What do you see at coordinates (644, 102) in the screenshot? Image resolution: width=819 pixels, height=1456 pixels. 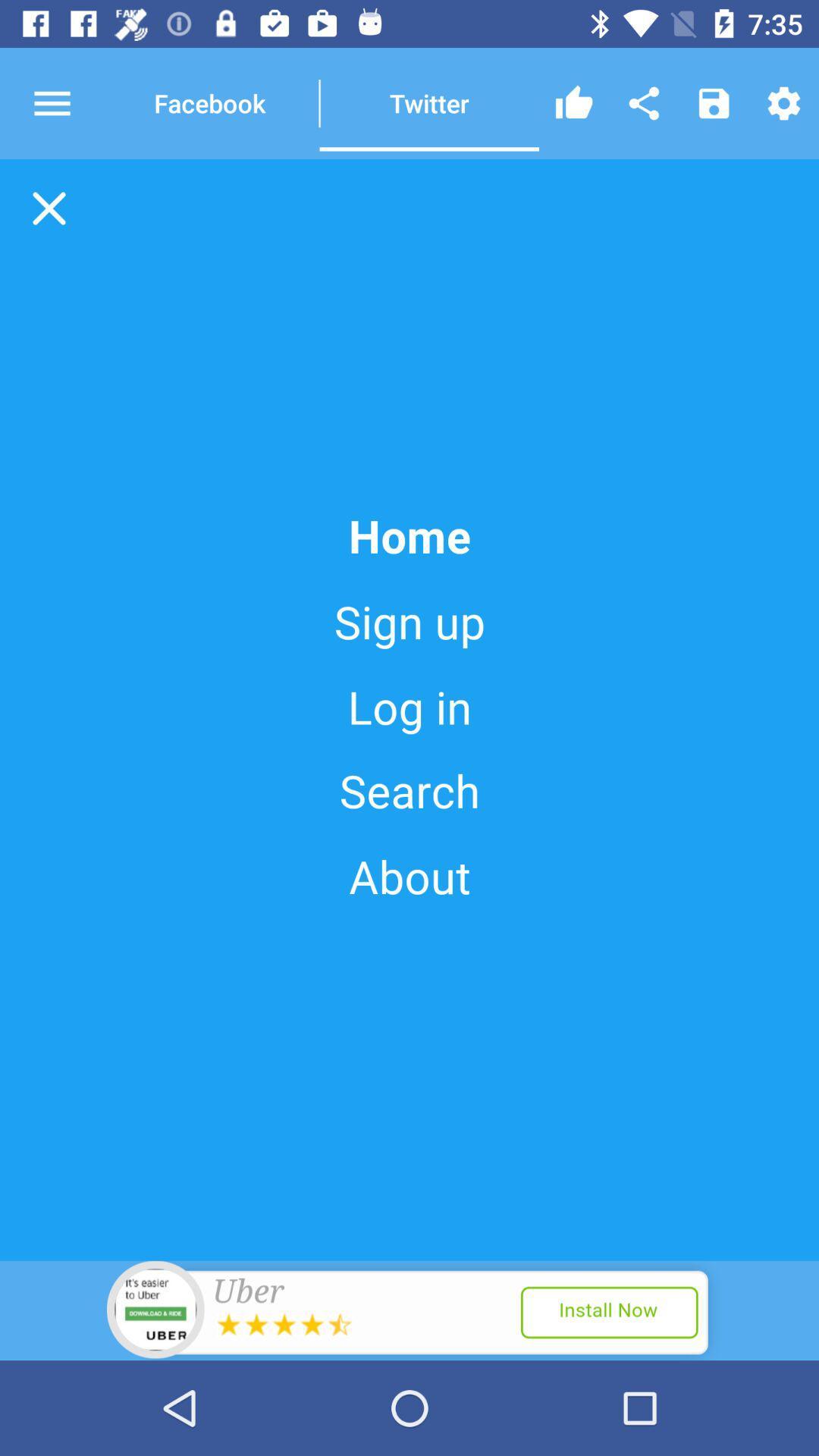 I see `share the page` at bounding box center [644, 102].